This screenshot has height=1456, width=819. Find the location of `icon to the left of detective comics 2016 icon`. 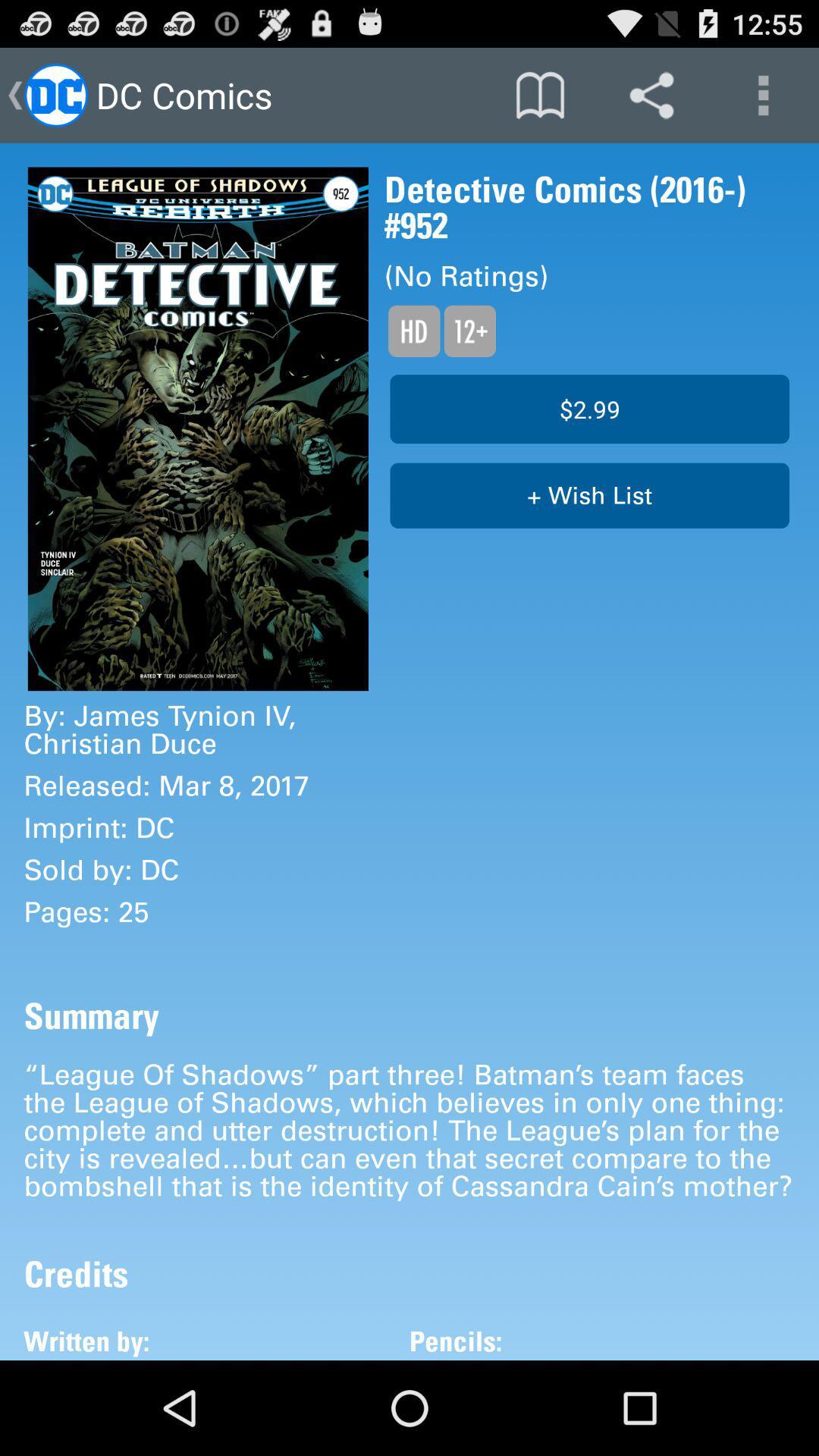

icon to the left of detective comics 2016 icon is located at coordinates (197, 428).